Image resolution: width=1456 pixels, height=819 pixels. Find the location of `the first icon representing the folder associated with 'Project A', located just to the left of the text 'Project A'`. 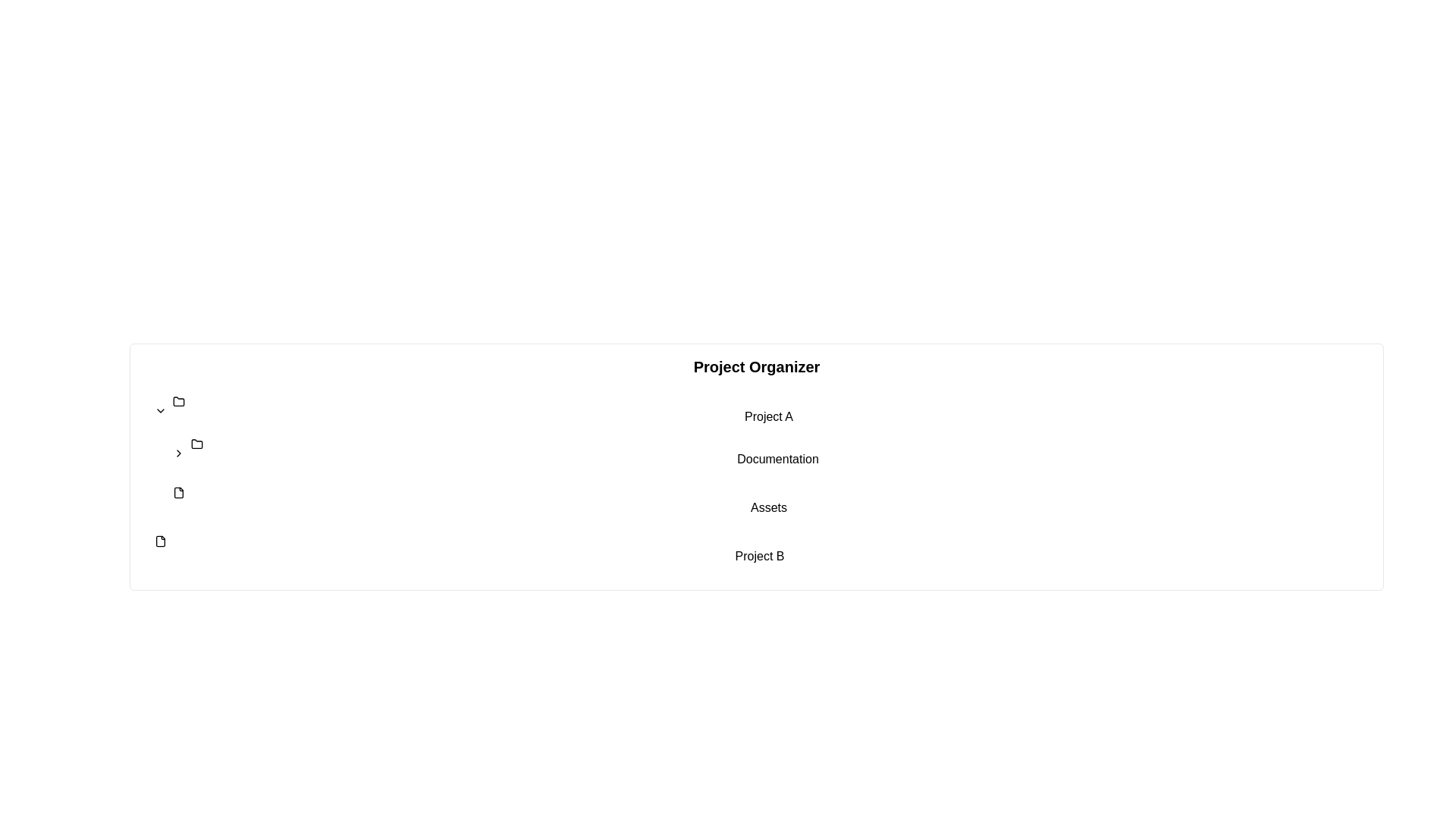

the first icon representing the folder associated with 'Project A', located just to the left of the text 'Project A' is located at coordinates (178, 400).